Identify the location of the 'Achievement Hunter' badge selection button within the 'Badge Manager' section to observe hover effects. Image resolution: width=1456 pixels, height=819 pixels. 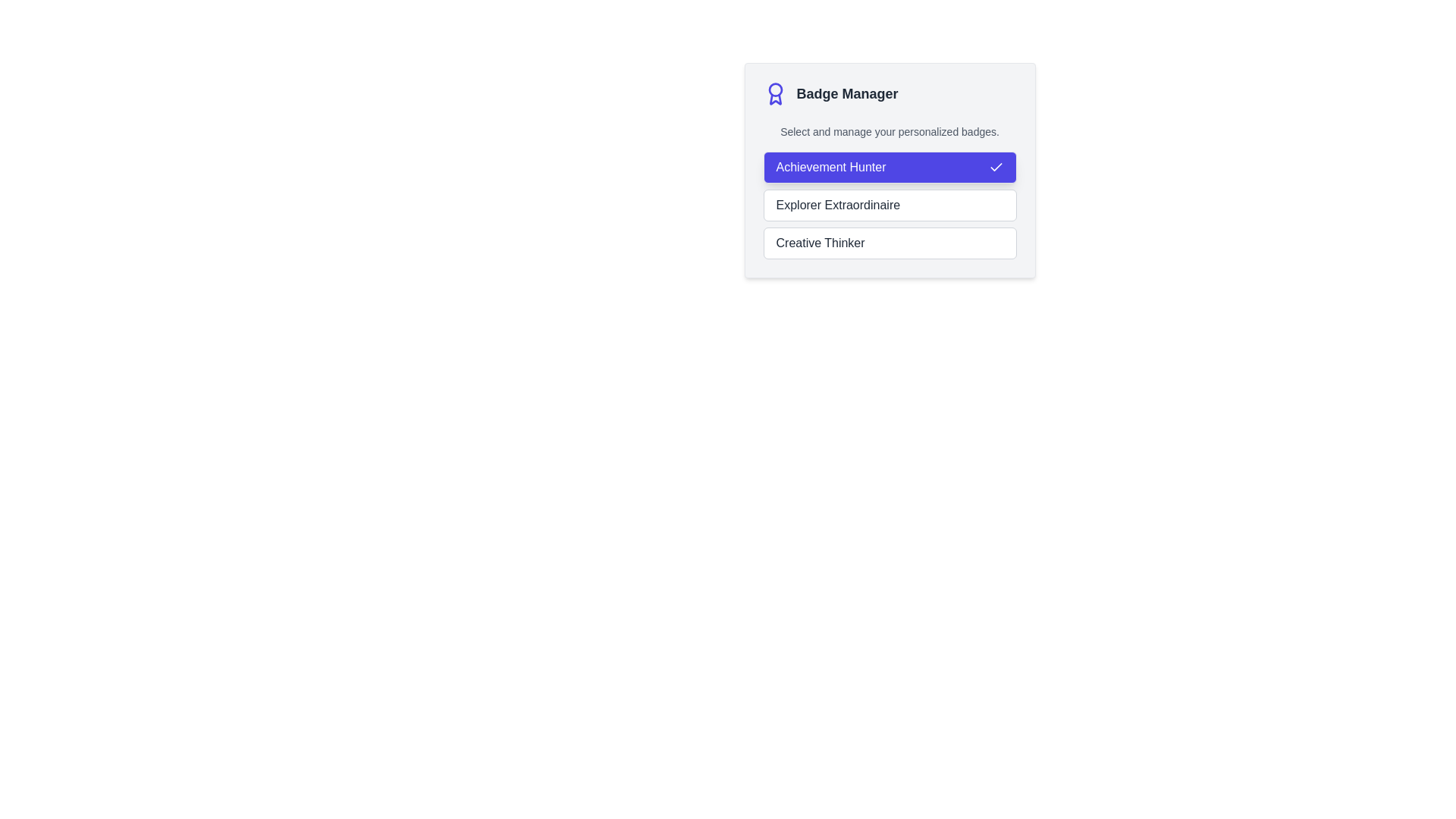
(890, 167).